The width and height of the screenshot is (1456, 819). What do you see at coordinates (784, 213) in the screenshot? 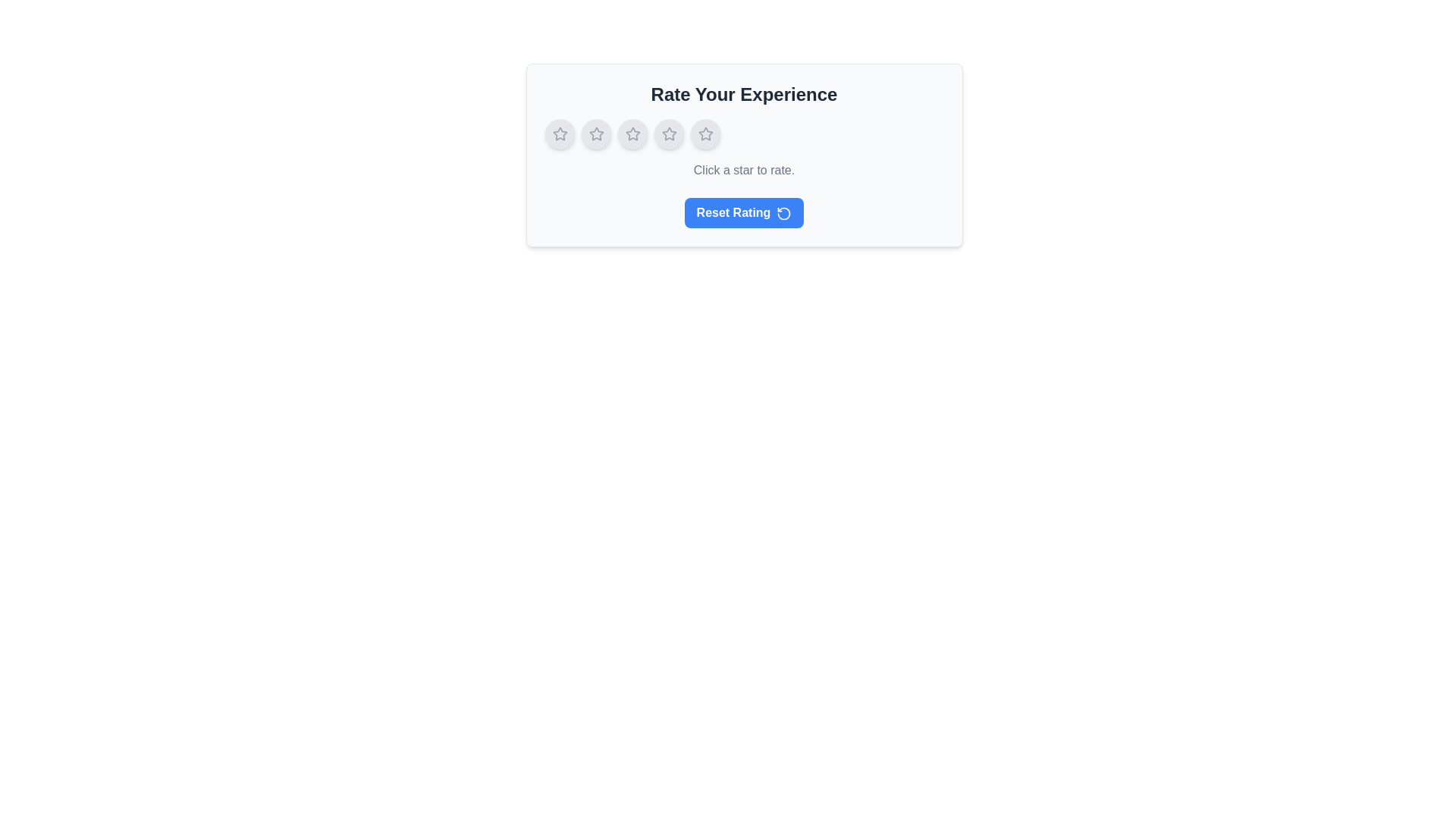
I see `the reset rating icon, which is located at the far right side of the 'Reset Rating' button, adjacent to the text label` at bounding box center [784, 213].